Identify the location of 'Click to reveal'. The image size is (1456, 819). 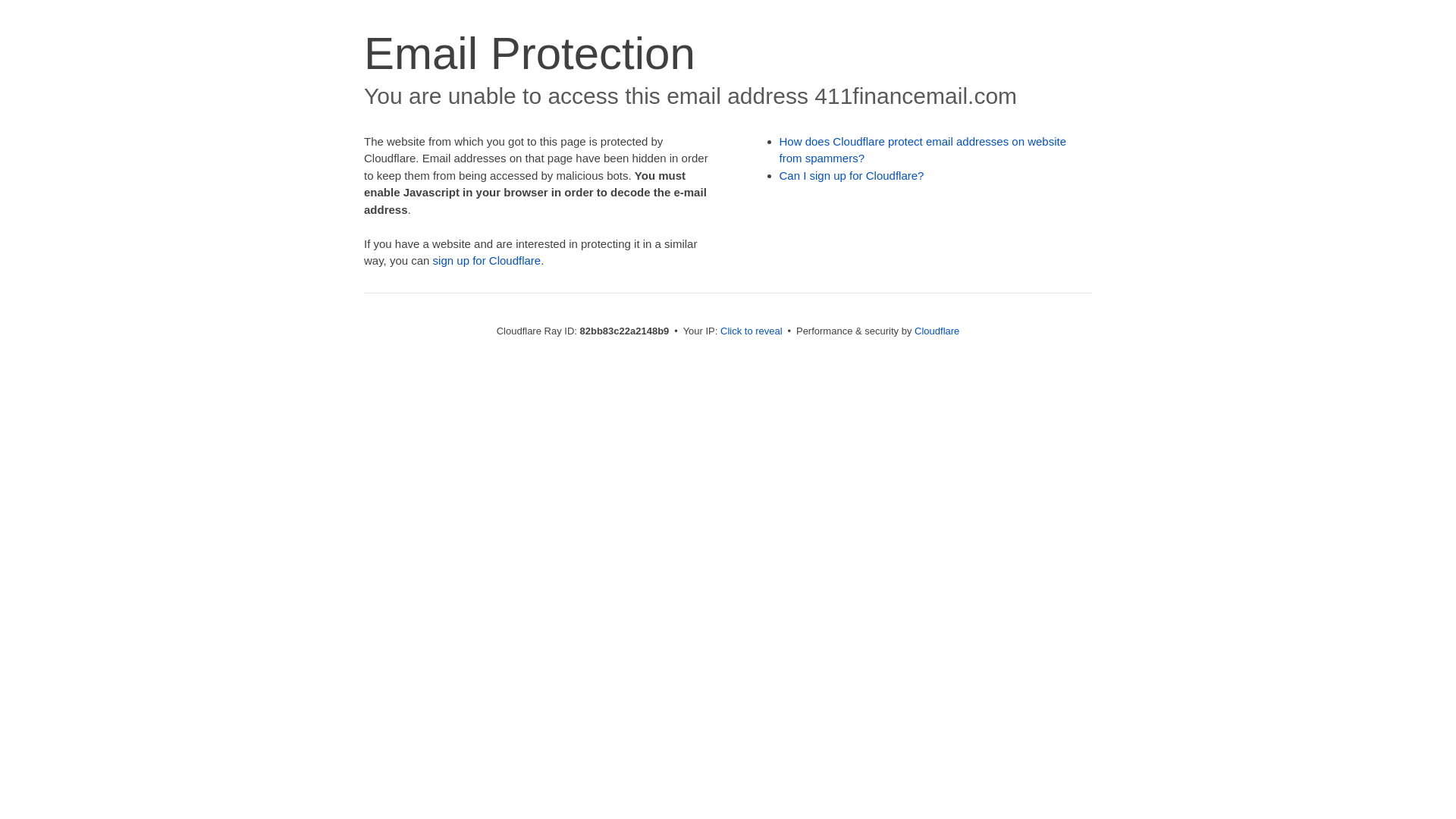
(720, 330).